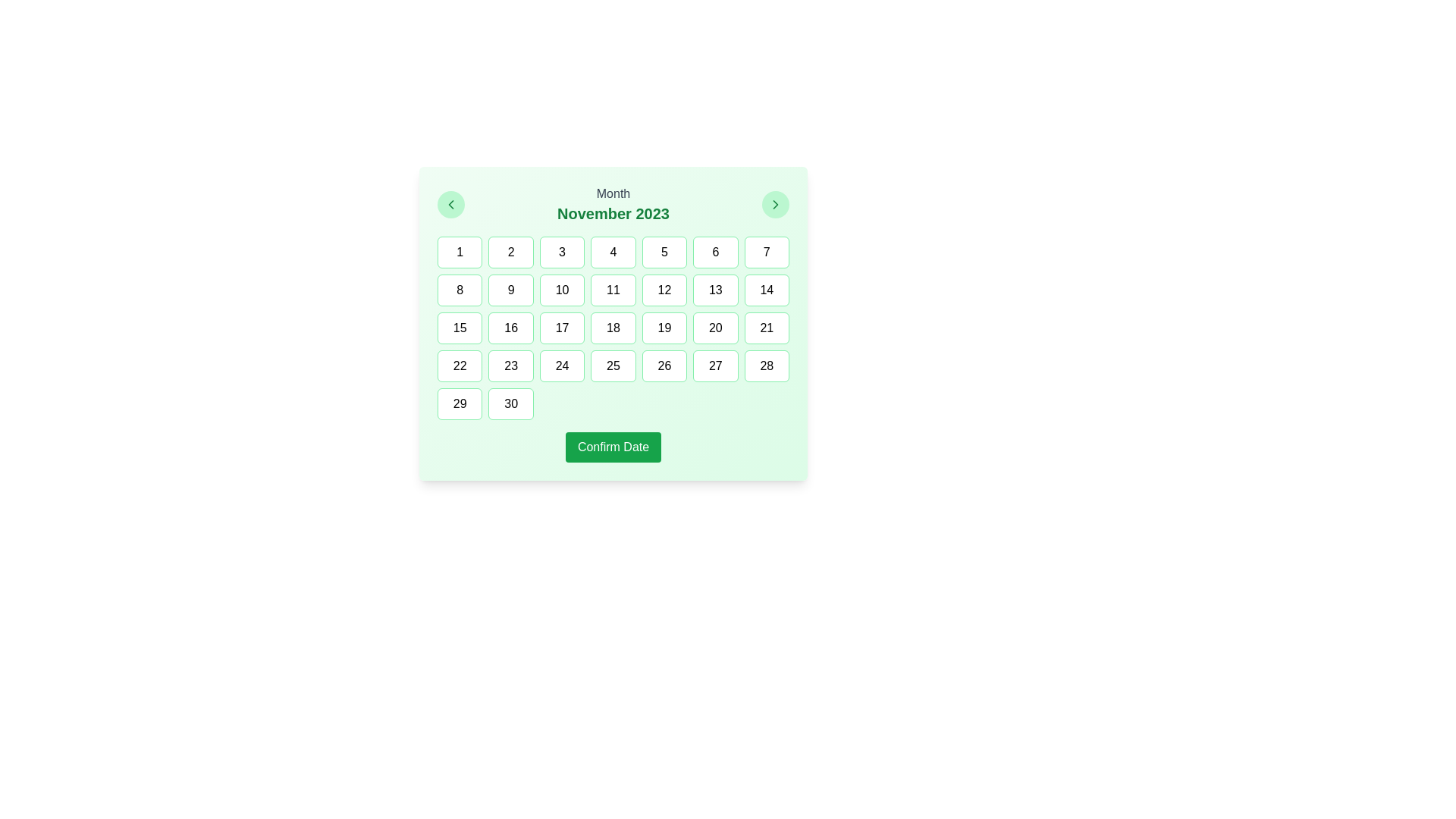 This screenshot has height=819, width=1456. I want to click on the selection button for the day '10' in the November 2023 calendar, so click(561, 290).